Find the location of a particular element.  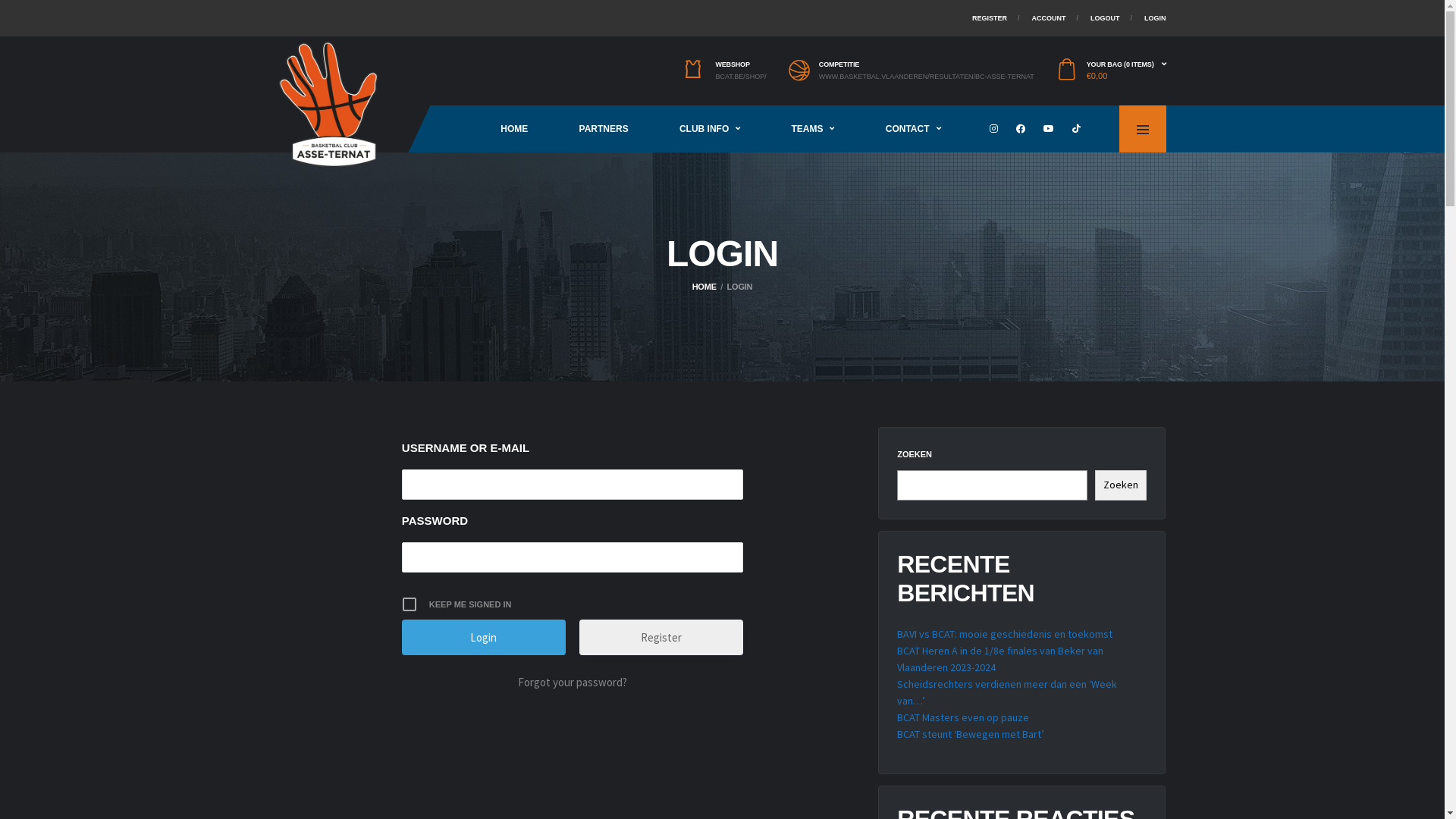

'LOGOUT' is located at coordinates (1105, 17).